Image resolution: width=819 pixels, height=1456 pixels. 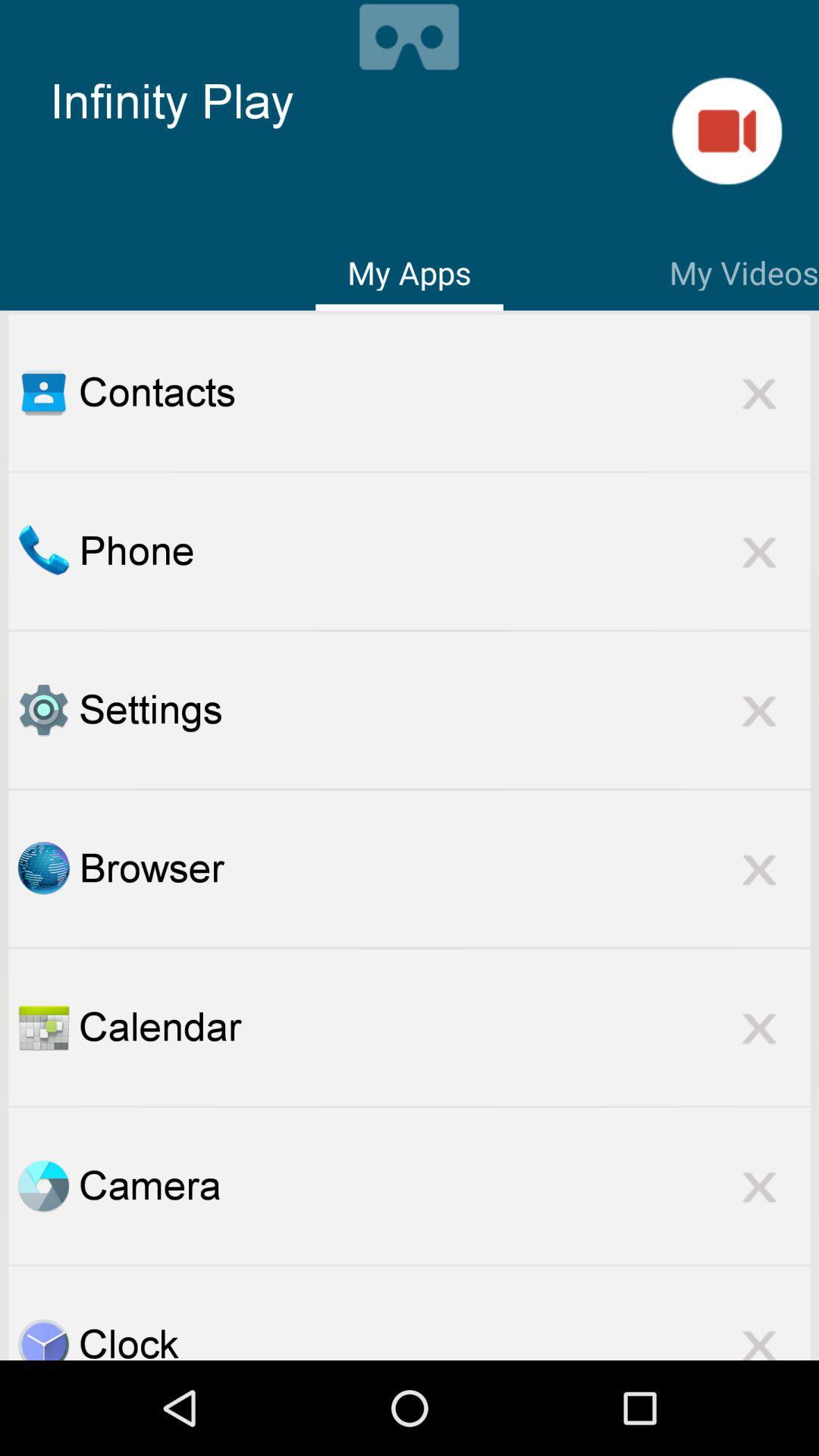 What do you see at coordinates (759, 1027) in the screenshot?
I see `a cancel option` at bounding box center [759, 1027].